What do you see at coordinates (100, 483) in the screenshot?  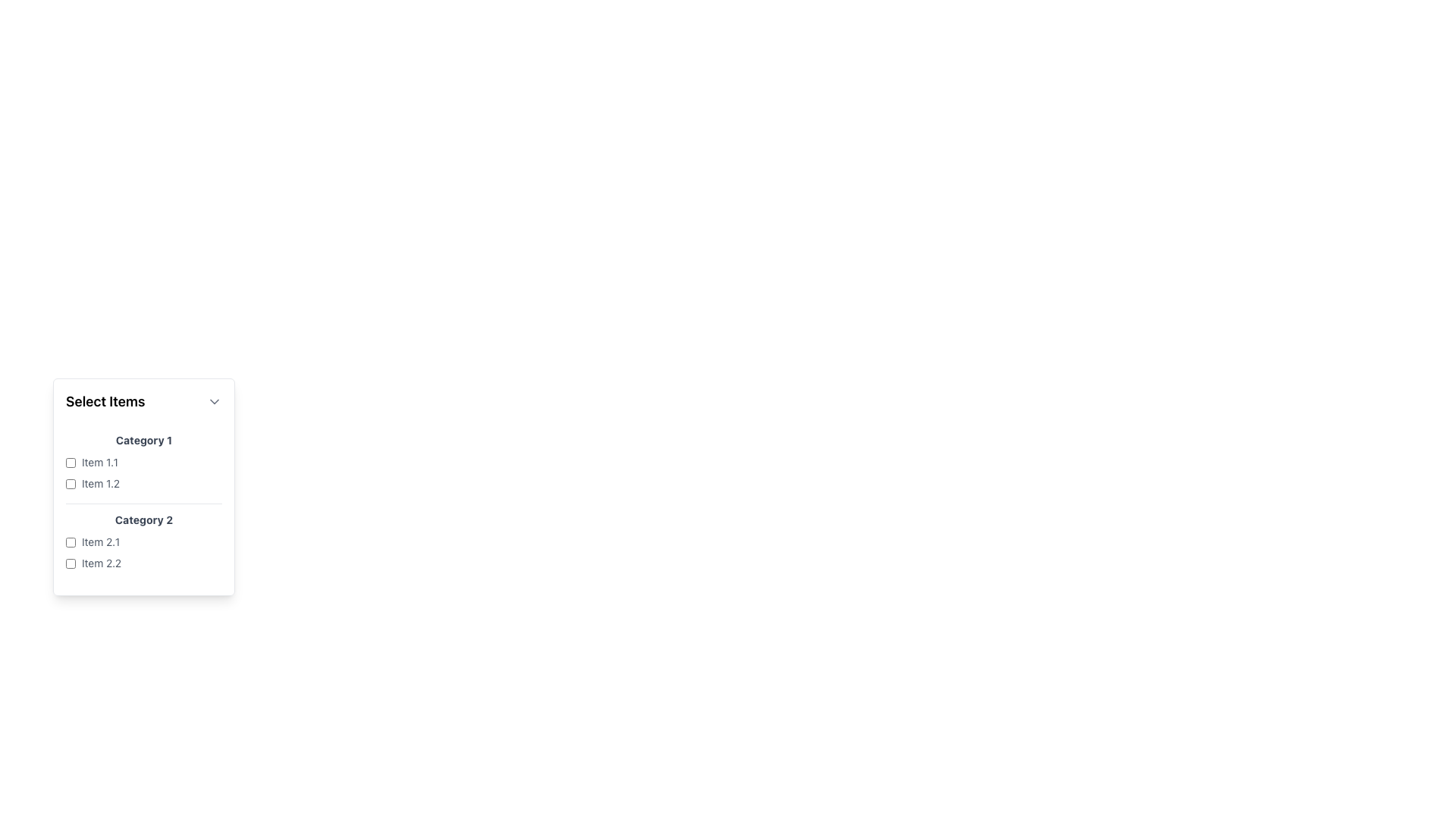 I see `the 'Item 1.2' label, which is styled in a small gray font and located to the right of a checkbox as the second item under the 'Category 1' section` at bounding box center [100, 483].